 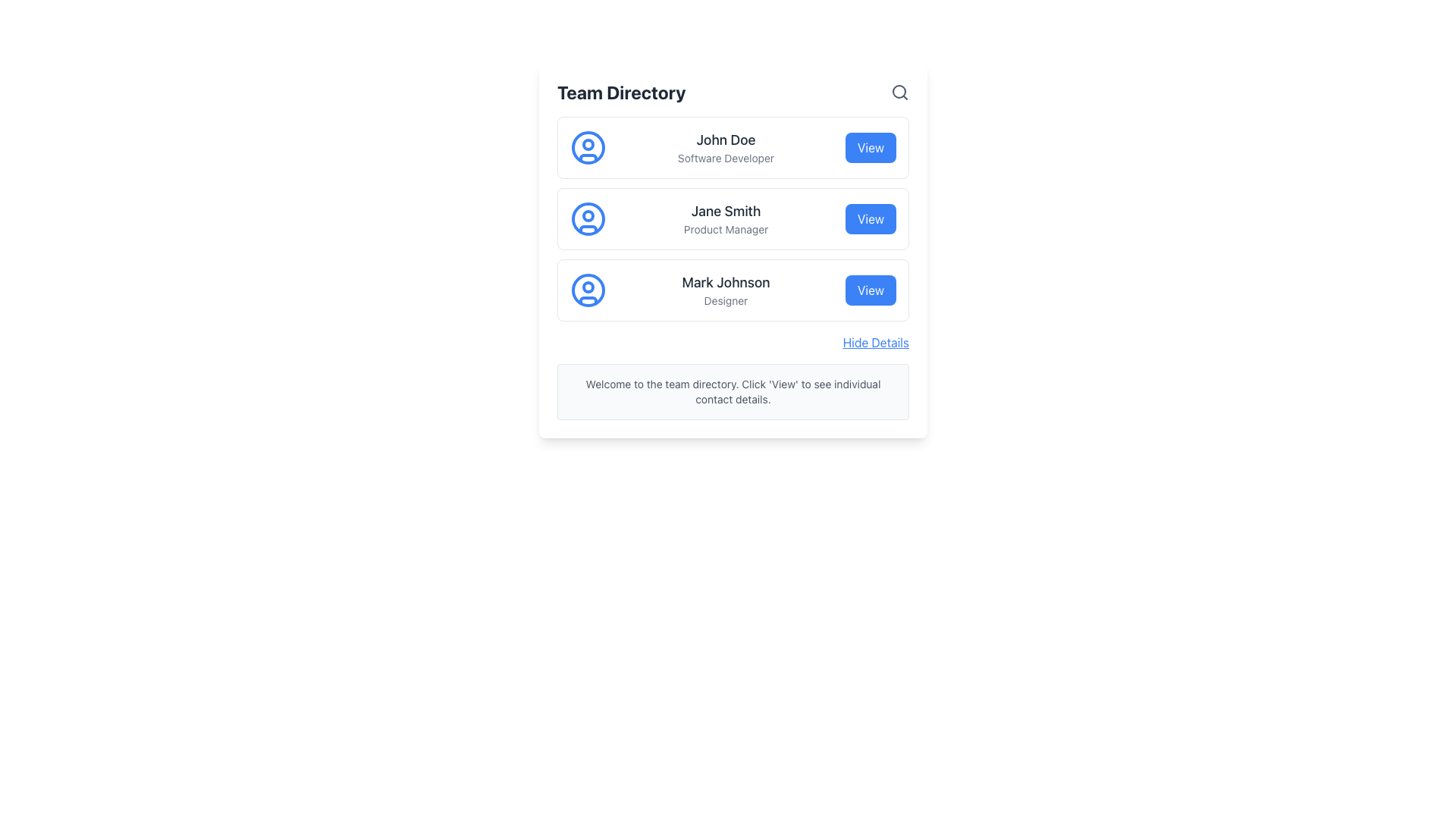 What do you see at coordinates (725, 219) in the screenshot?
I see `the text display element that shows the name and role of the second team member in the card layout, positioned between the user avatar icon and the 'View' button` at bounding box center [725, 219].